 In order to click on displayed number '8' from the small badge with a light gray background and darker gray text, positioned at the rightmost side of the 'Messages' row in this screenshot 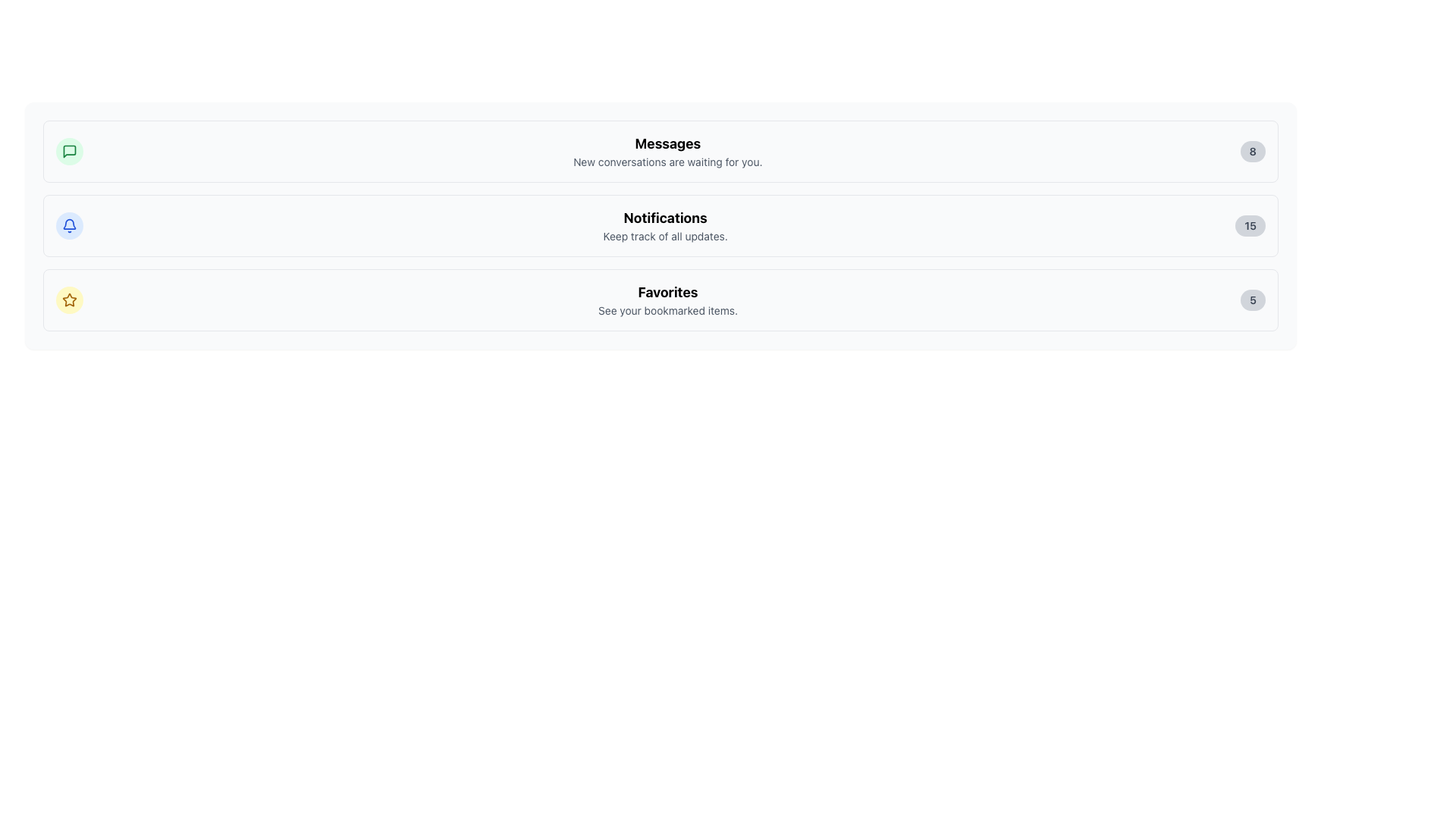, I will do `click(1253, 152)`.